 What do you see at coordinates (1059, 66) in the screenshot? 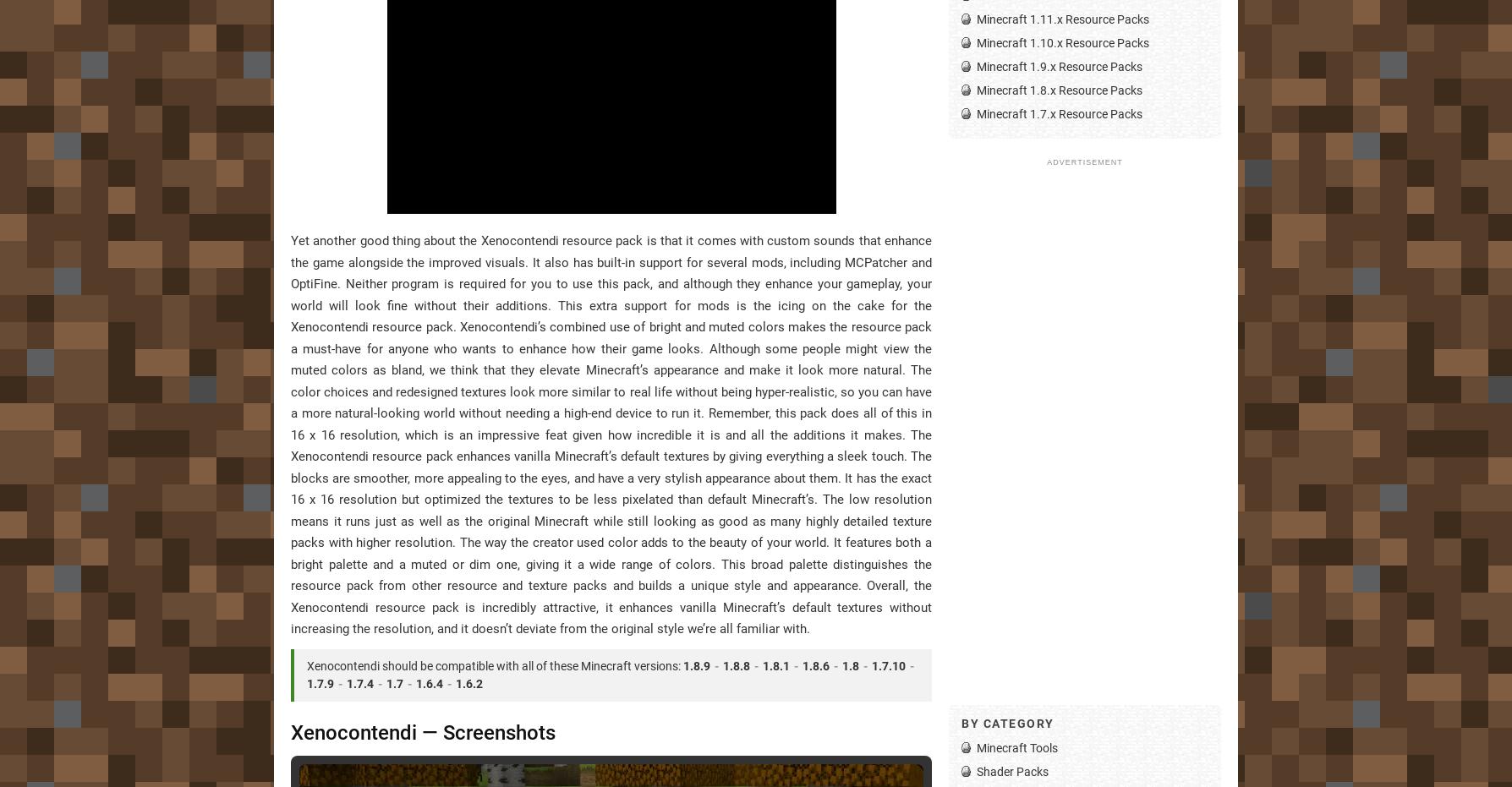
I see `'Minecraft 1.9.x Resource Packs'` at bounding box center [1059, 66].